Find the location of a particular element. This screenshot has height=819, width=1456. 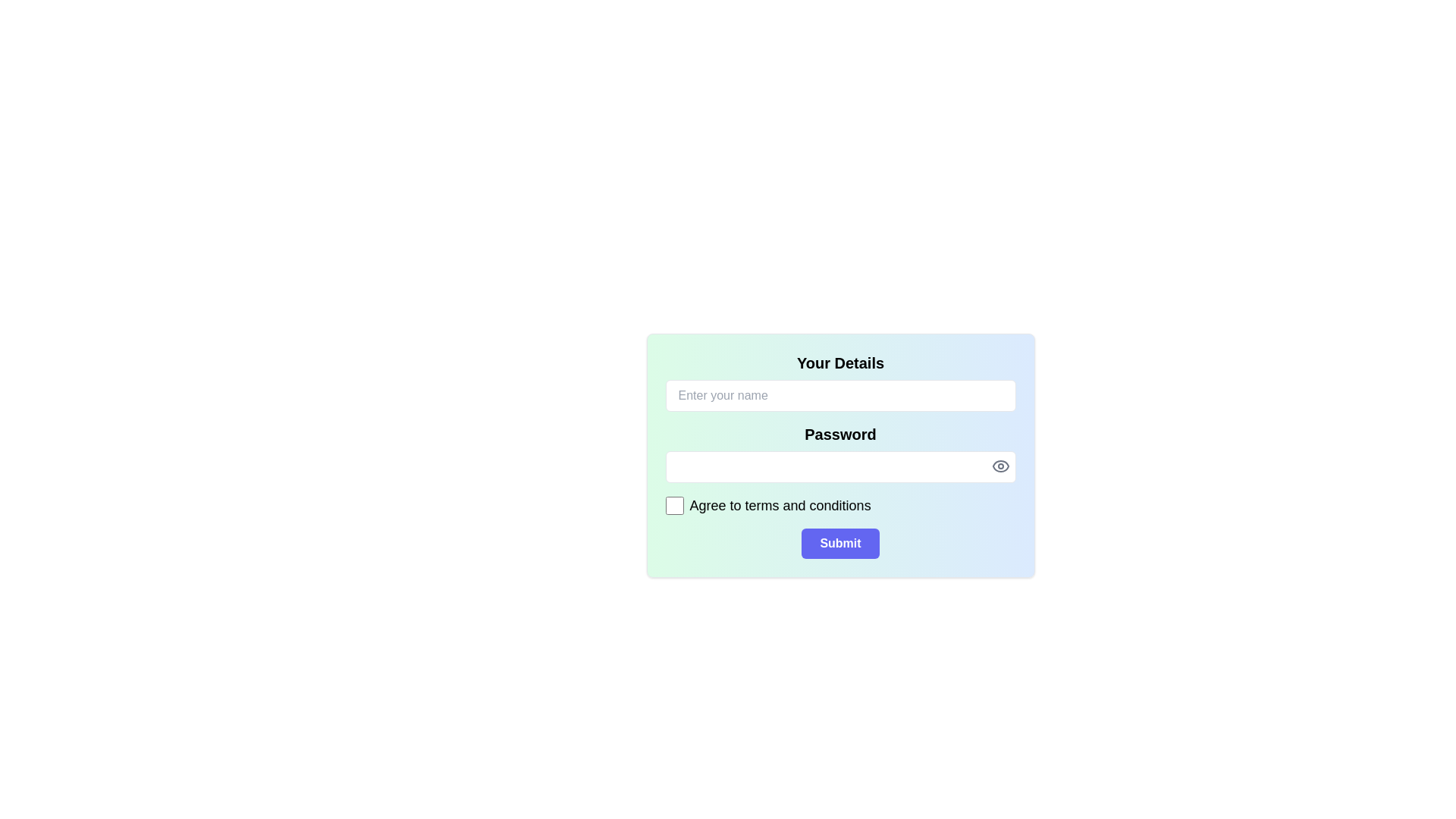

the label of the password input field is located at coordinates (839, 452).